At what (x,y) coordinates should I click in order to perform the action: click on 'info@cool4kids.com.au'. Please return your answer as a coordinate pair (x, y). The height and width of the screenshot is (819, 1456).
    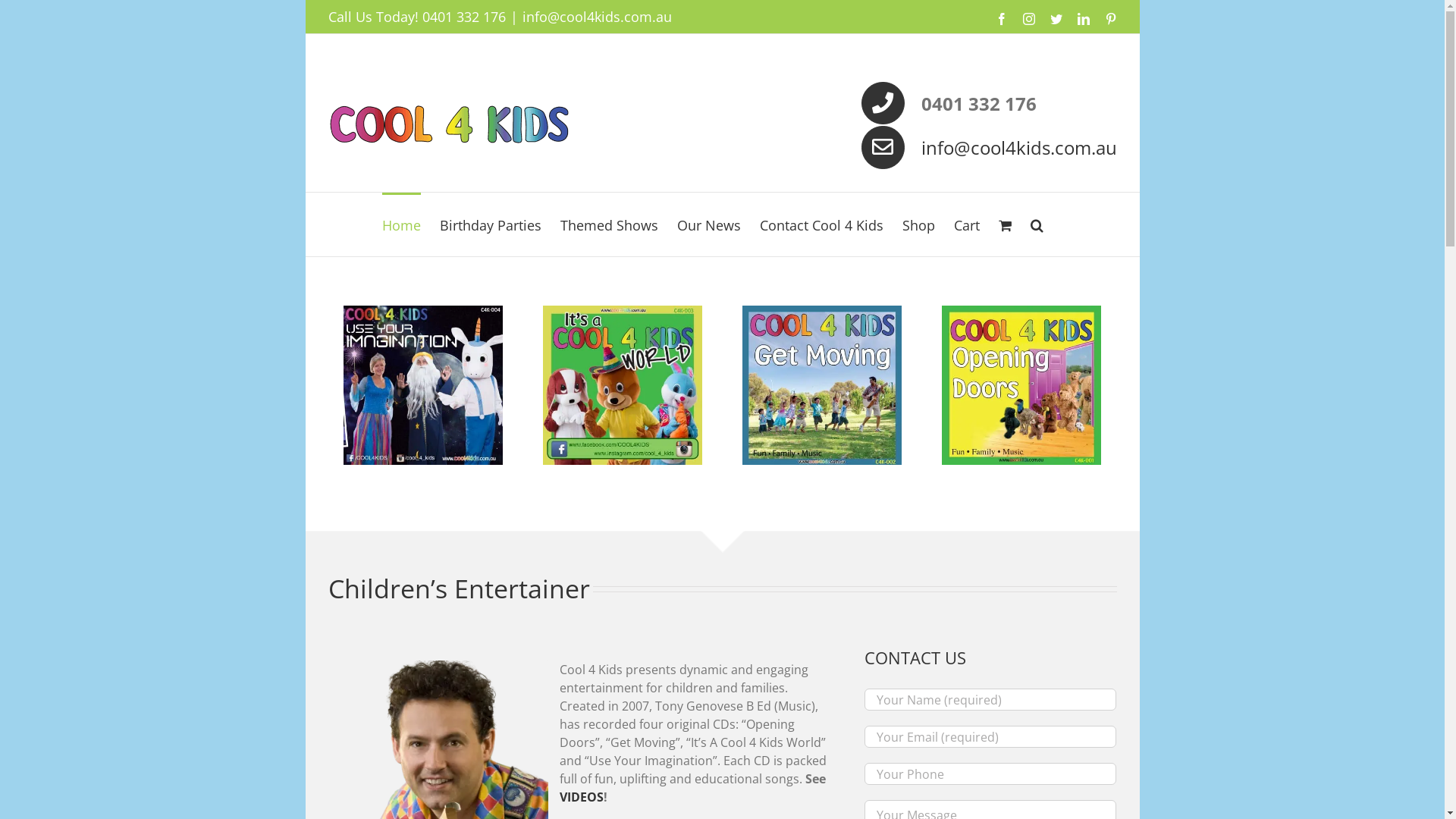
    Looking at the image, I should click on (1018, 147).